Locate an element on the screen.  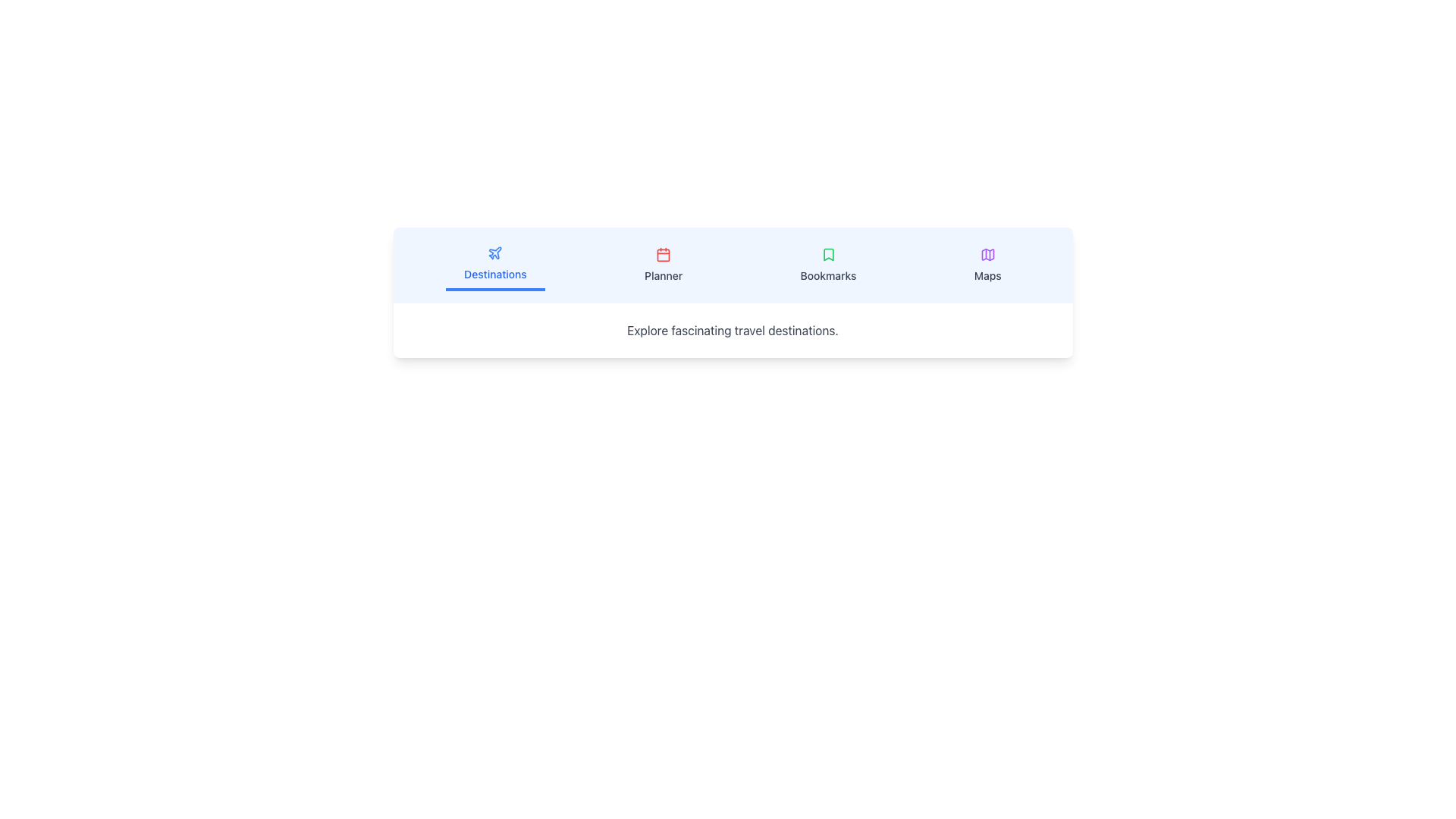
the blue airplane icon located in the navigation bar above the 'Destinations' tab is located at coordinates (495, 252).